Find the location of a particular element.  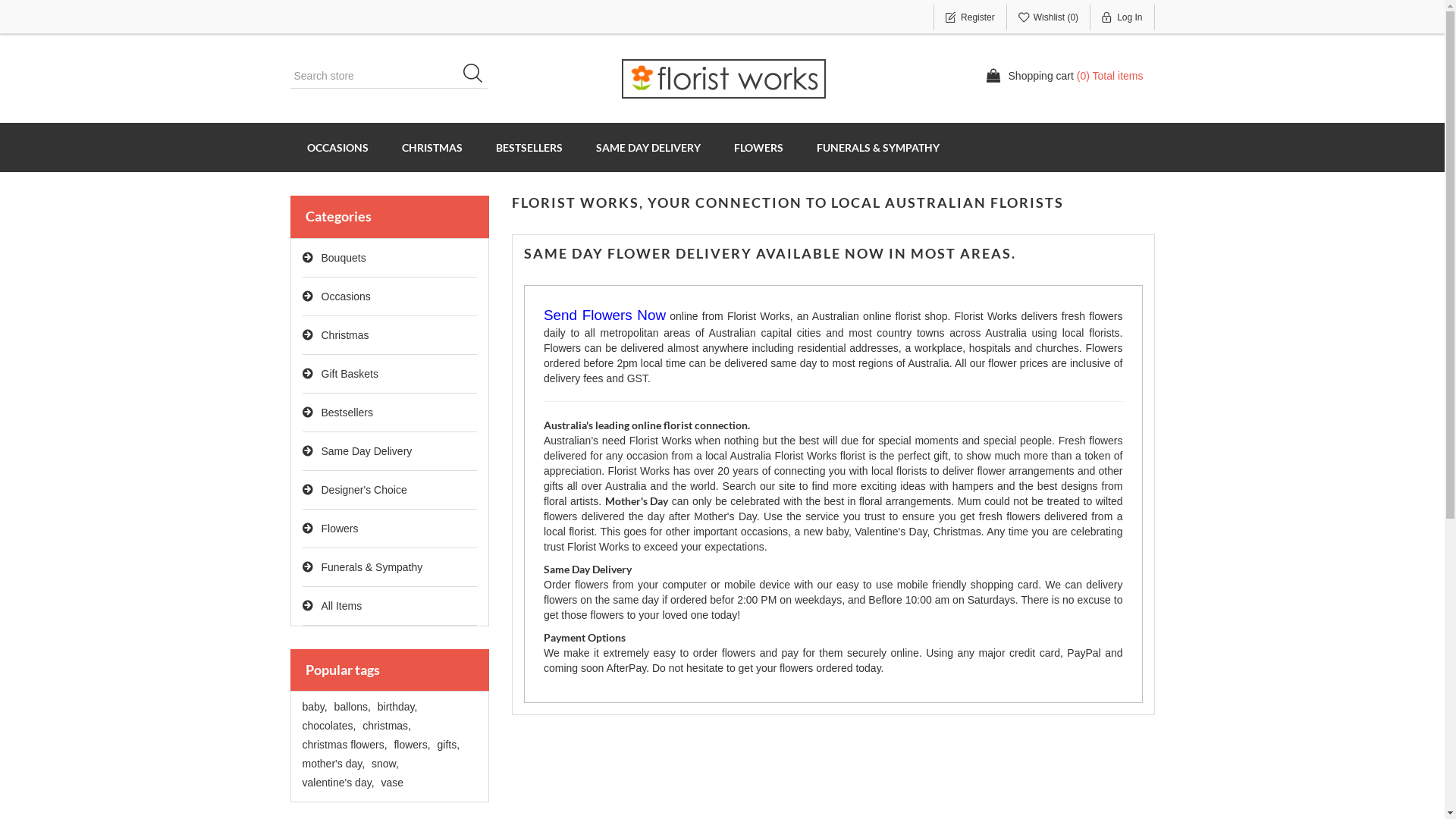

'FLOWERS' is located at coordinates (758, 147).